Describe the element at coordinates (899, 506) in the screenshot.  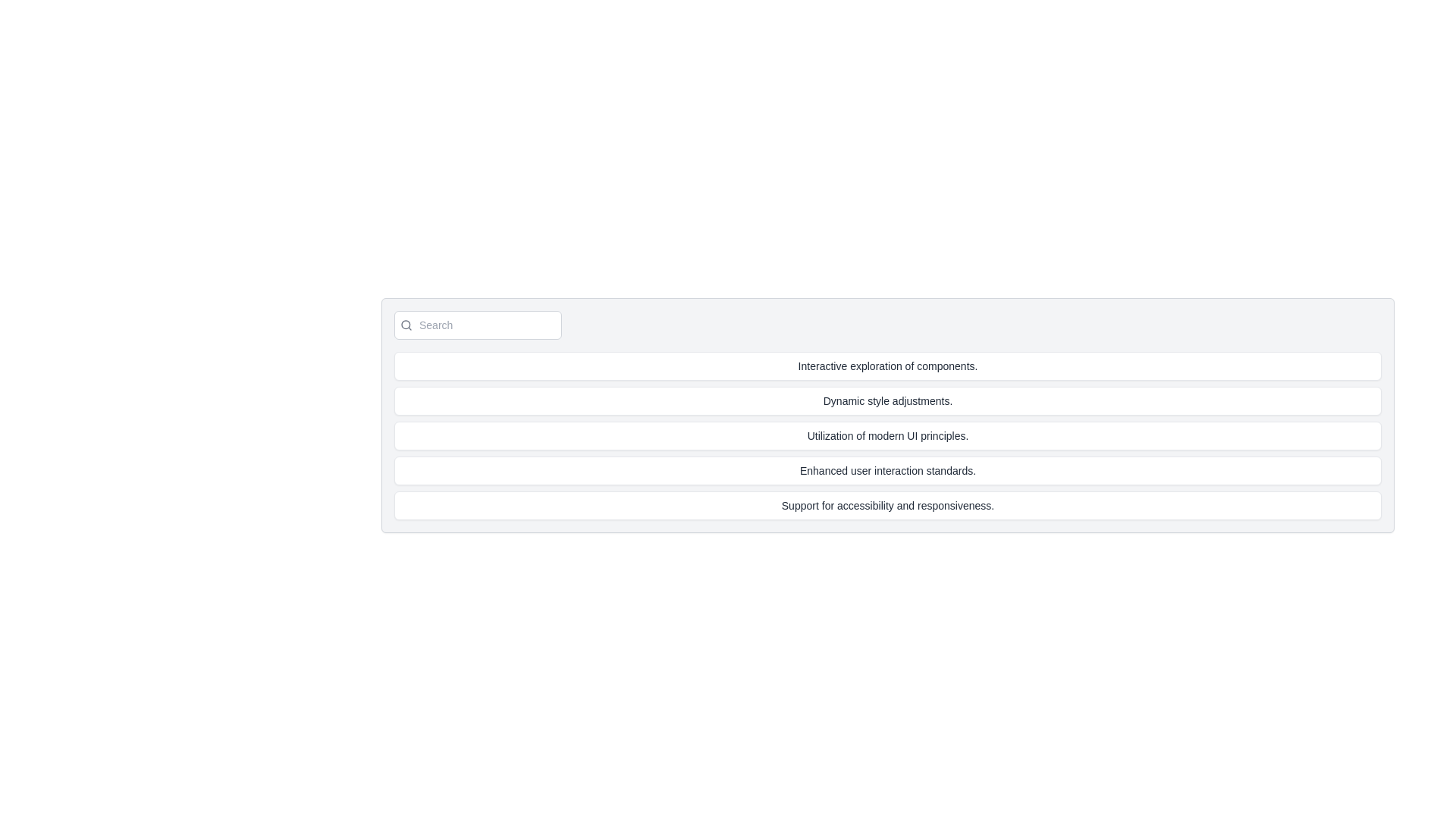
I see `the letter 'a' which is part of the word 'and' in the text 'Support for accessibility and responsiveness.' located at the bottom of a vertically stacked list of items` at that location.